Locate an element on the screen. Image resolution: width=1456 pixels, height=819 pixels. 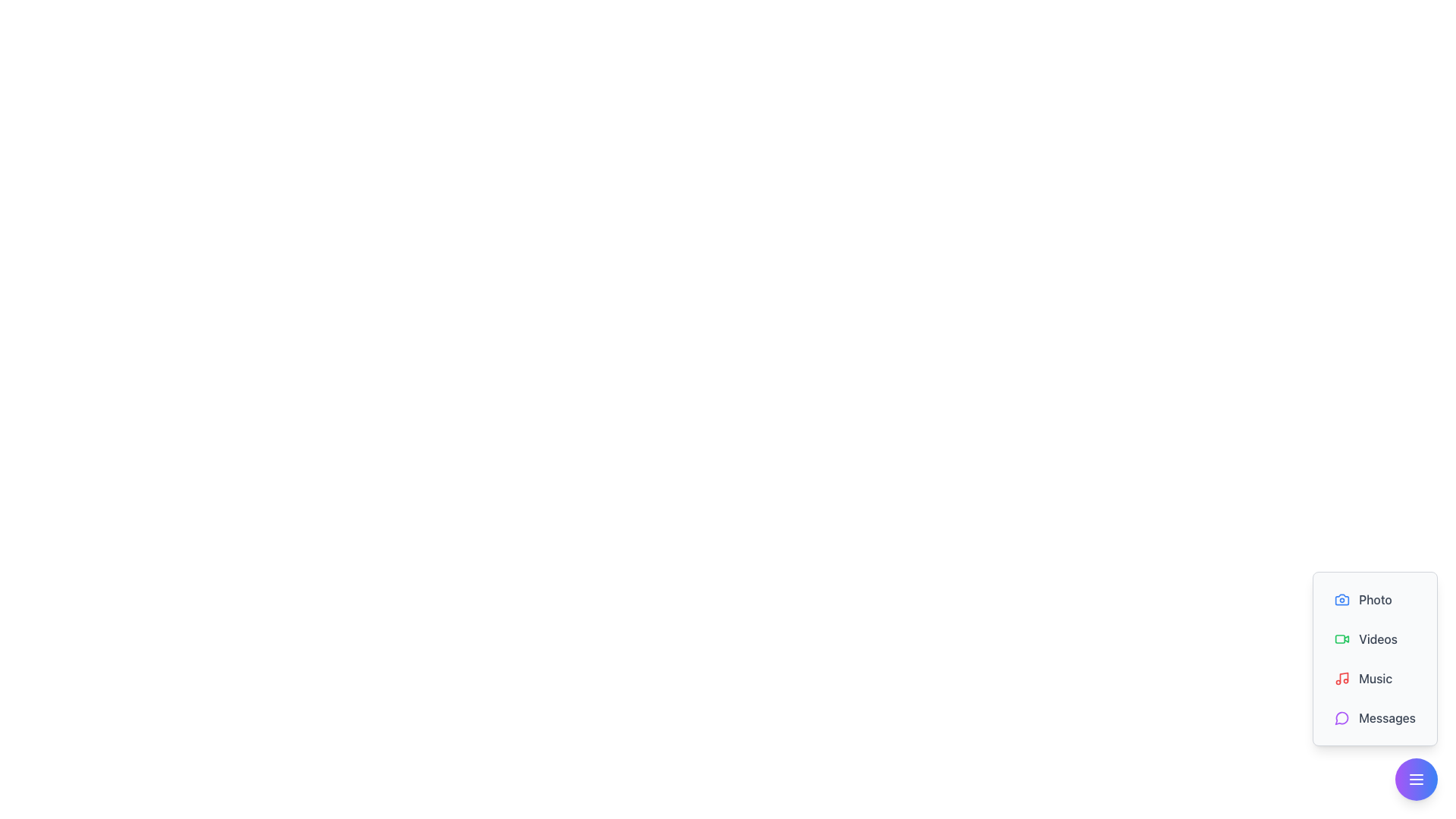
the first clickable menu item containing a blue camera icon and the text 'Photo' is located at coordinates (1375, 598).